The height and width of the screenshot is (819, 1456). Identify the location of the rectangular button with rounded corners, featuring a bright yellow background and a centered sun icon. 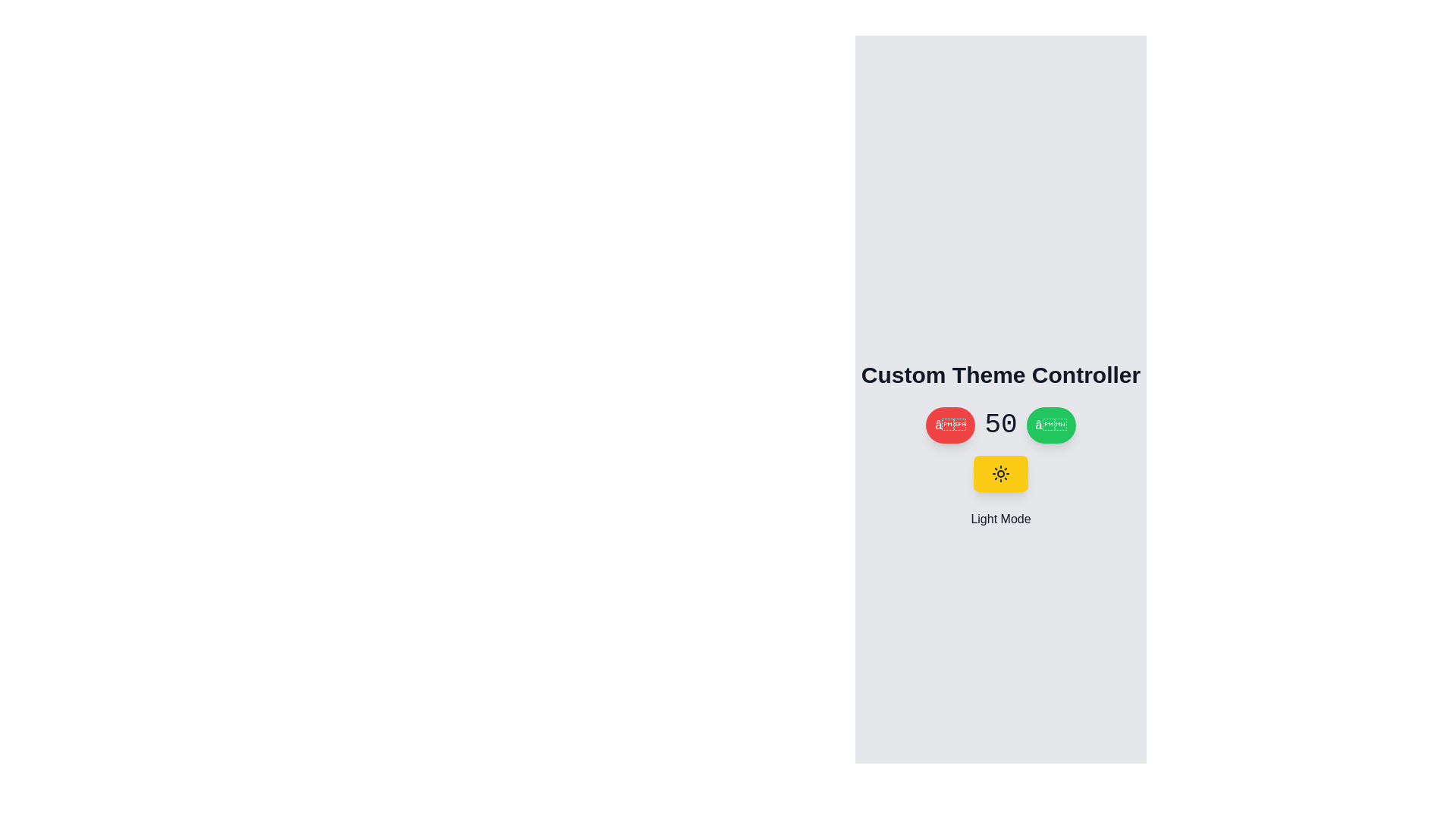
(1001, 472).